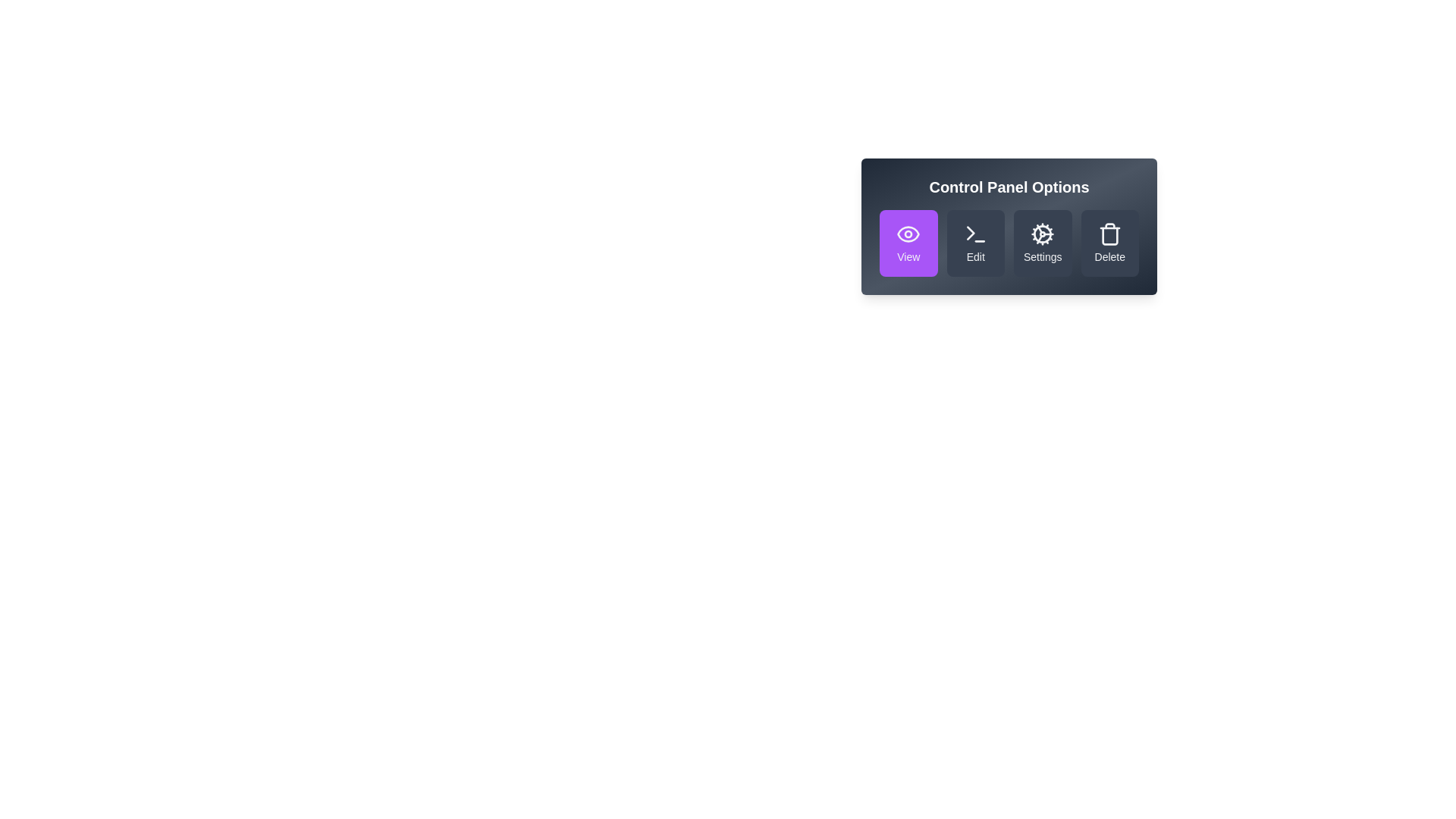 Image resolution: width=1456 pixels, height=819 pixels. Describe the element at coordinates (1109, 234) in the screenshot. I see `the trash can icon within the 'Delete' button on the rightmost side of the horizontal button group in the control panel` at that location.